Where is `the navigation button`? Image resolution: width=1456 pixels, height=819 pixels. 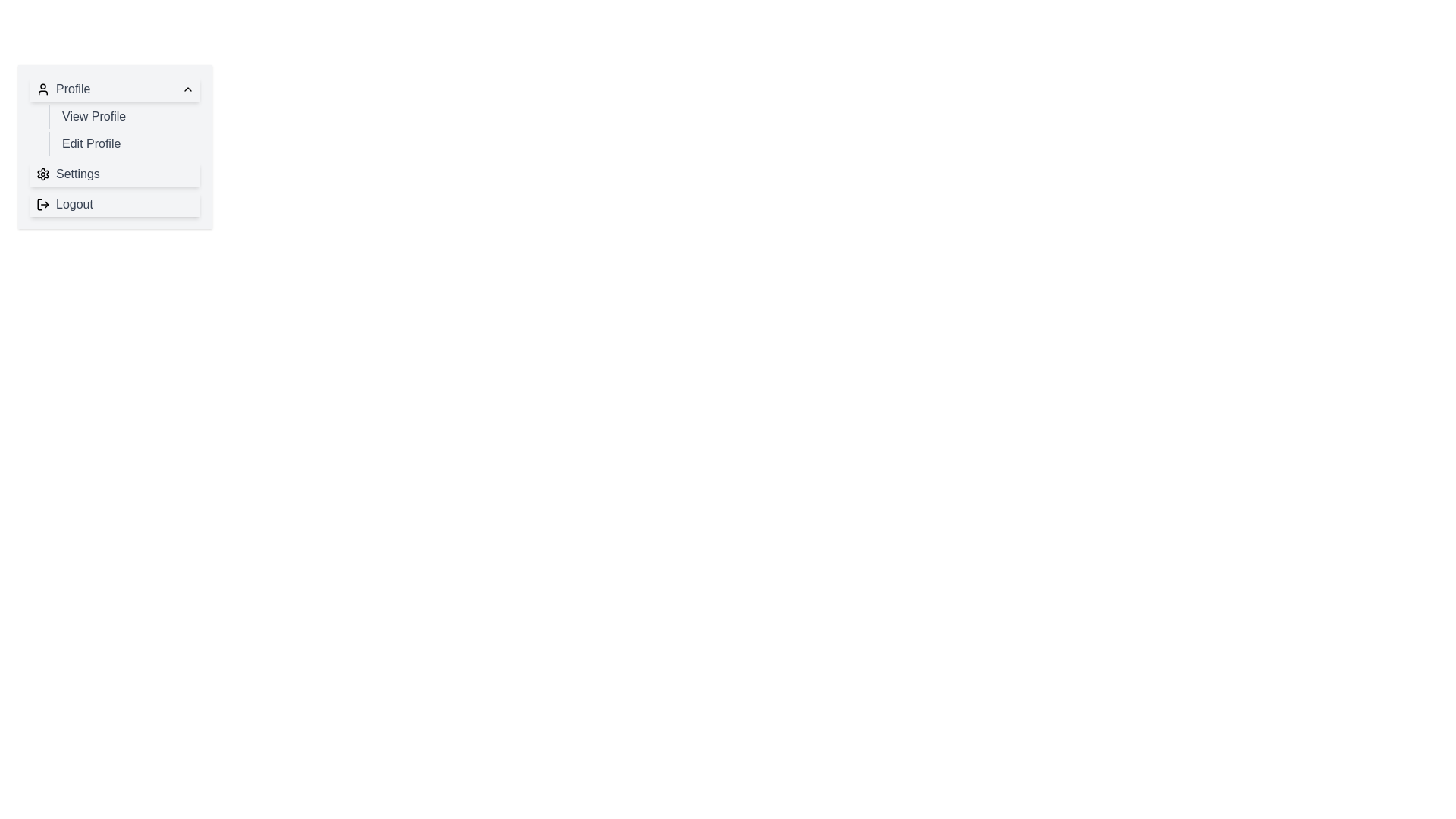 the navigation button is located at coordinates (124, 116).